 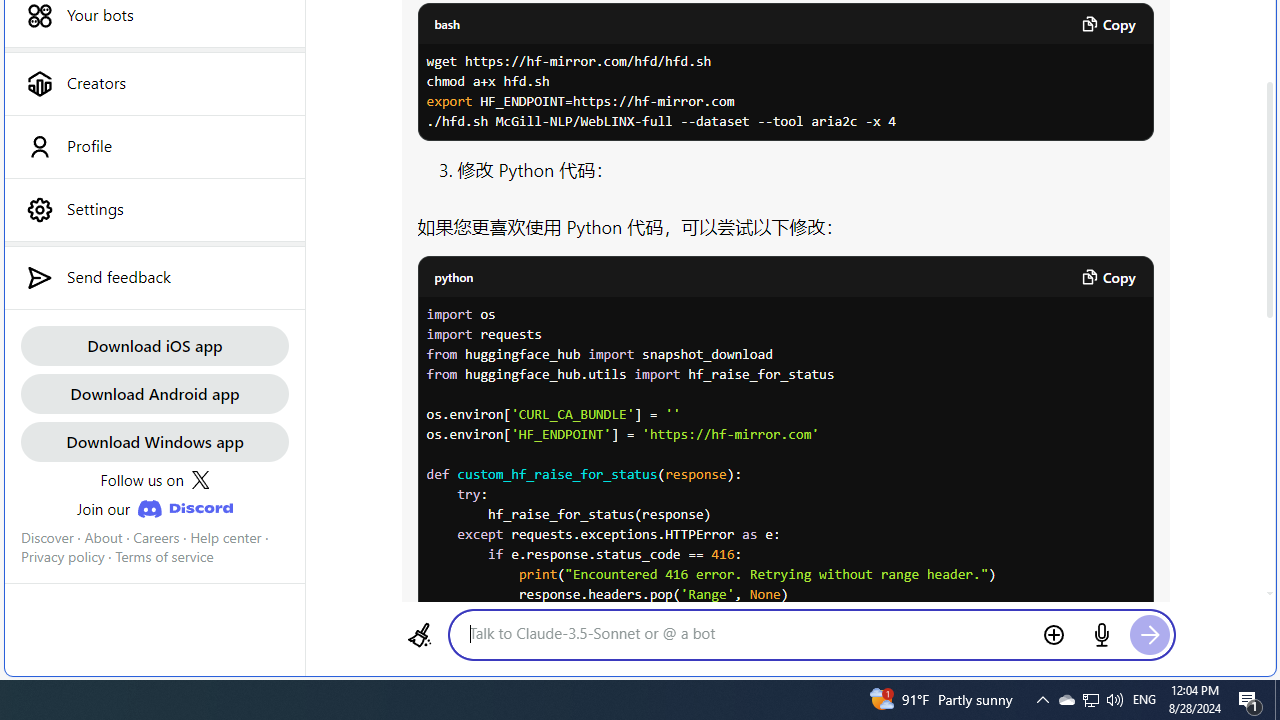 What do you see at coordinates (200, 480) in the screenshot?
I see `'Class: FollowTwitterLink_twitterIconBlack__SS_7V'` at bounding box center [200, 480].